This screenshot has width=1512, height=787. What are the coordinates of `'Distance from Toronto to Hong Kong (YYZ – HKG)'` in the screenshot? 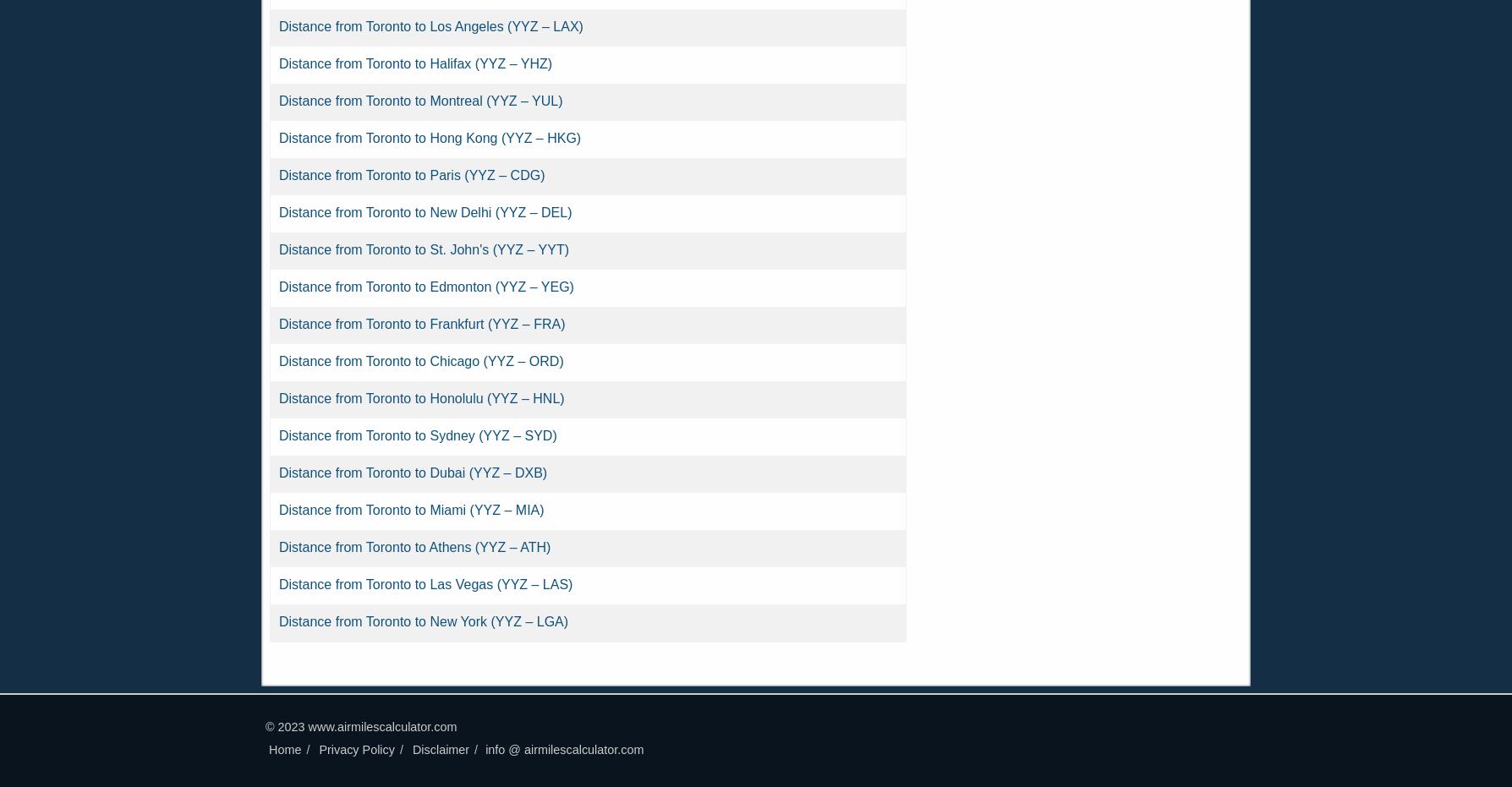 It's located at (430, 137).